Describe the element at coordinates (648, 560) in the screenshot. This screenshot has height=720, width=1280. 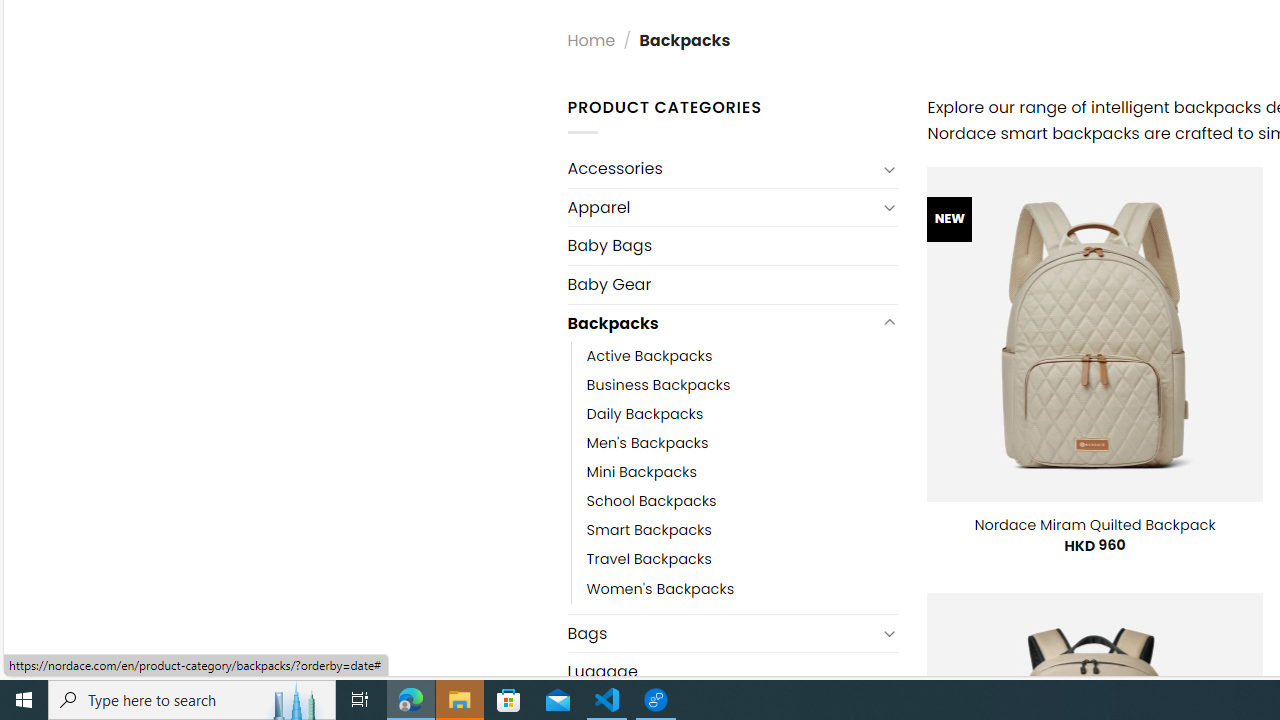
I see `'Travel Backpacks'` at that location.